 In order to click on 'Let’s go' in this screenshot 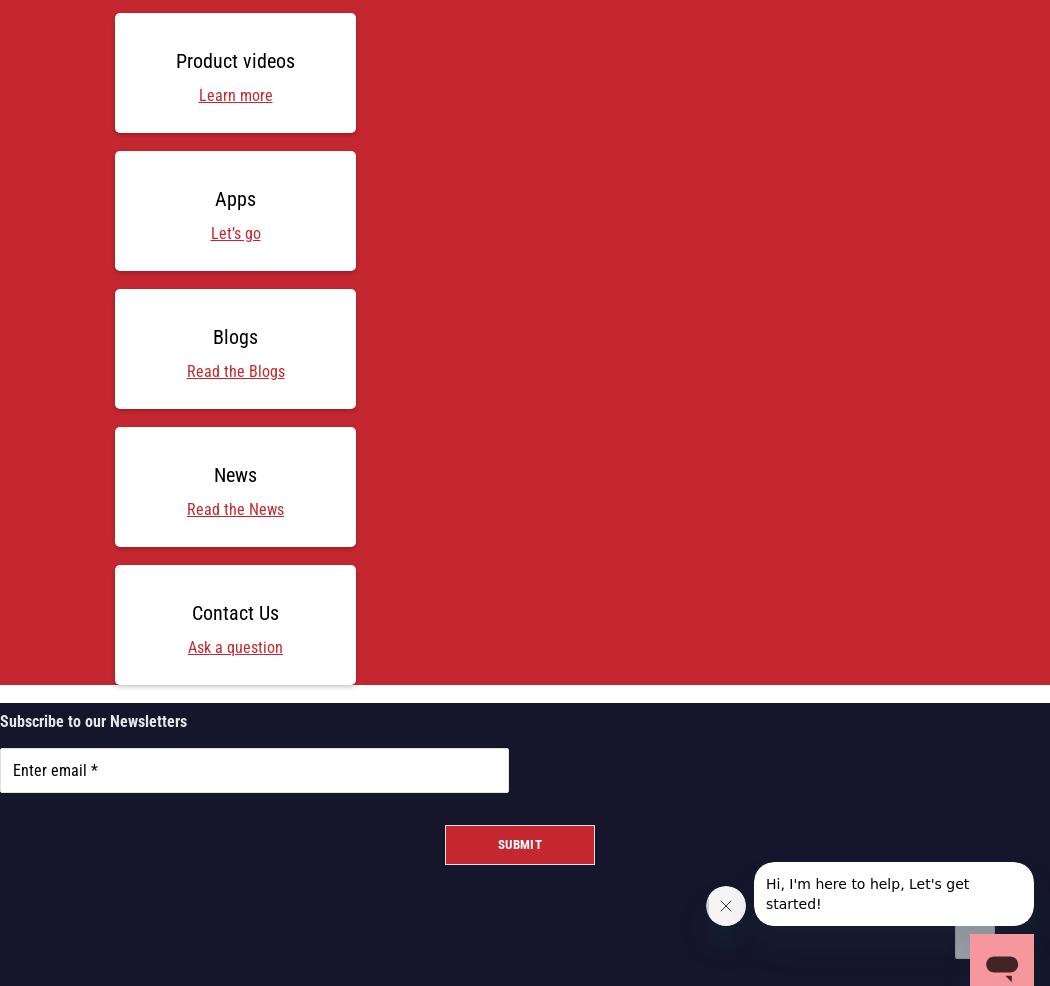, I will do `click(234, 231)`.